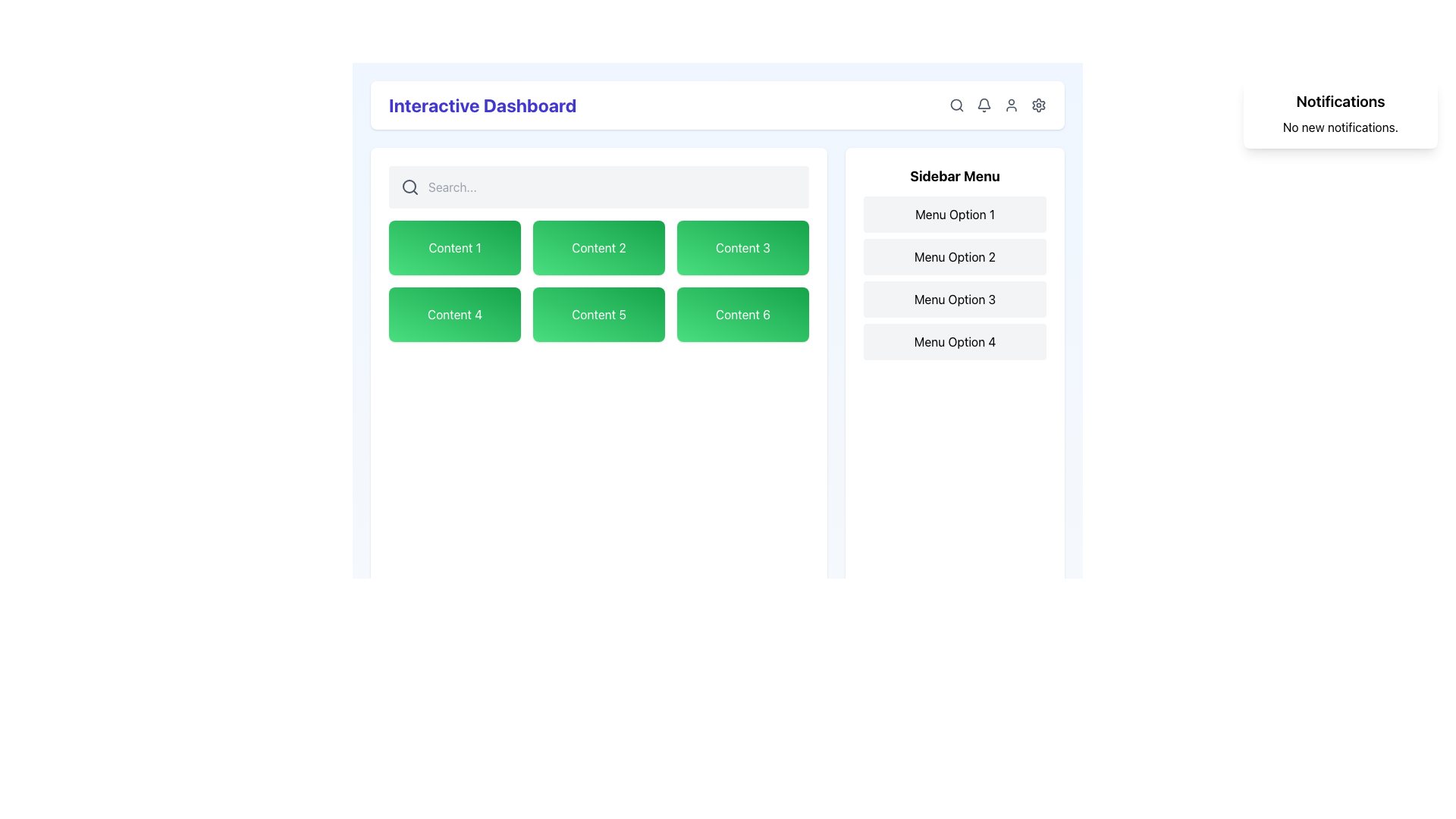 The image size is (1456, 819). Describe the element at coordinates (956, 104) in the screenshot. I see `the first icon button in the top navigation bar to initiate a search action` at that location.